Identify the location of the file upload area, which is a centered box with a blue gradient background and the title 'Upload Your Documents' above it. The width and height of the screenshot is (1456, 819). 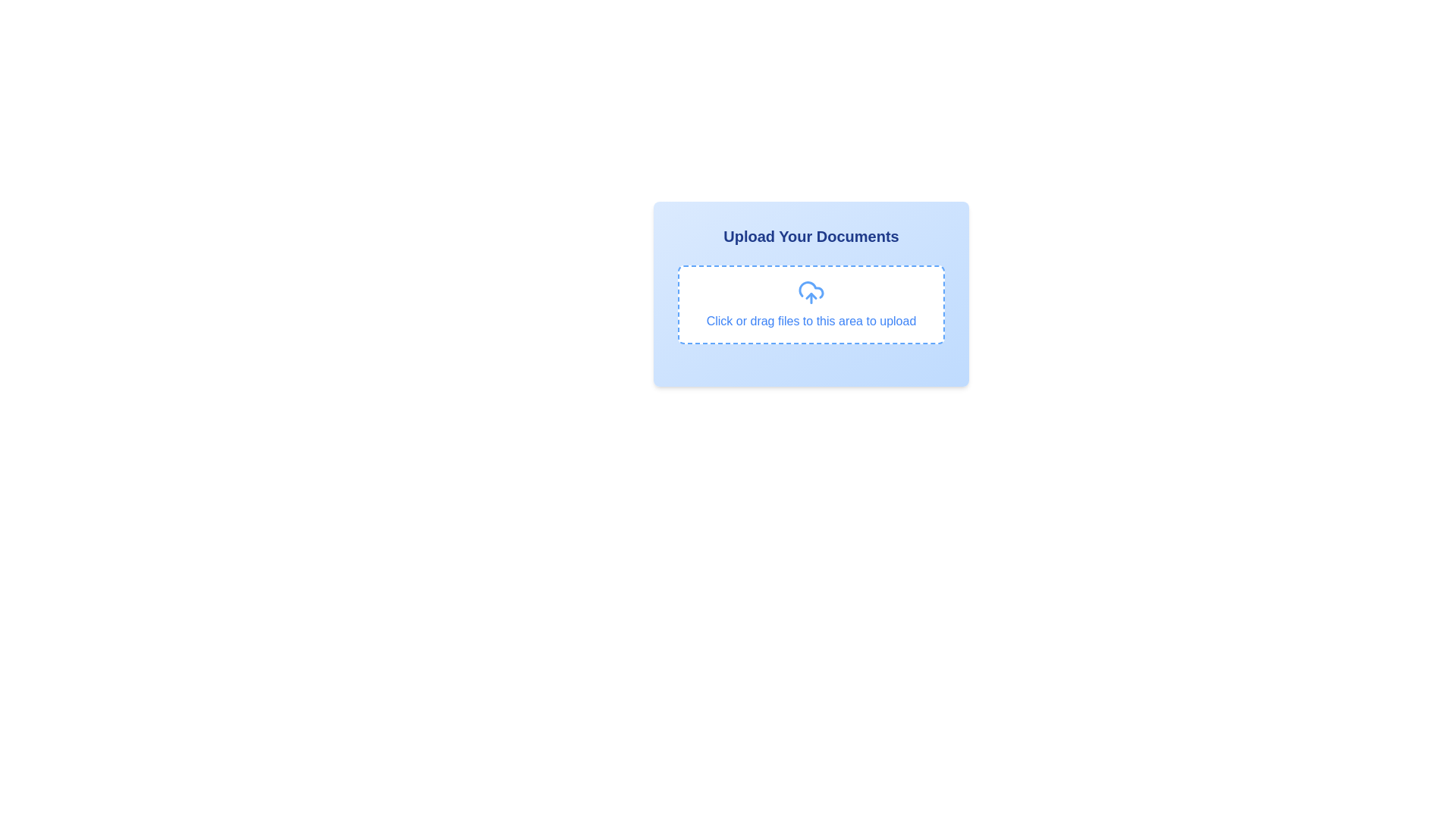
(811, 304).